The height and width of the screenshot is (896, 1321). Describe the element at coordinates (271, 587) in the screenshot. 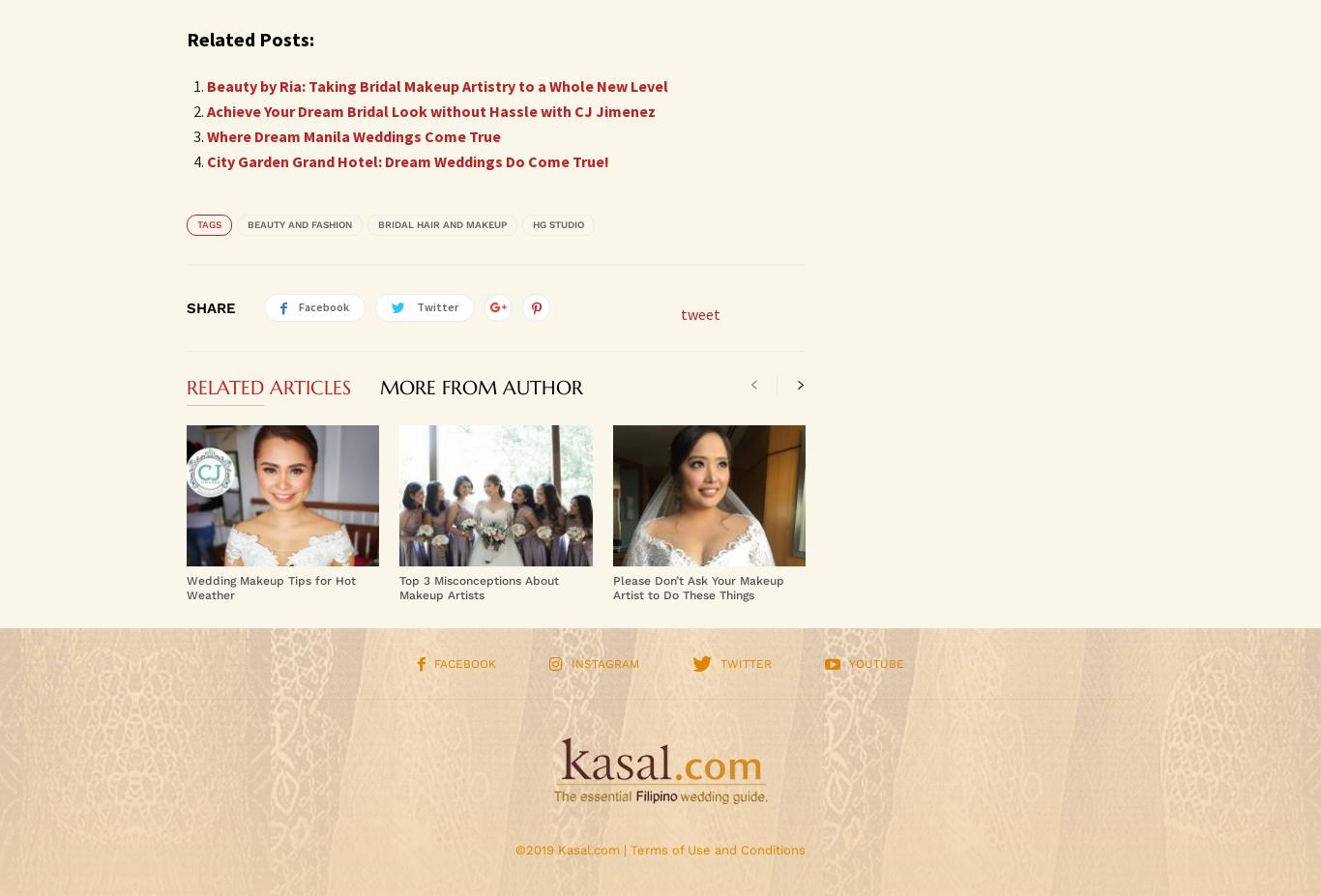

I see `'Wedding Makeup Tips for Hot Weather'` at that location.